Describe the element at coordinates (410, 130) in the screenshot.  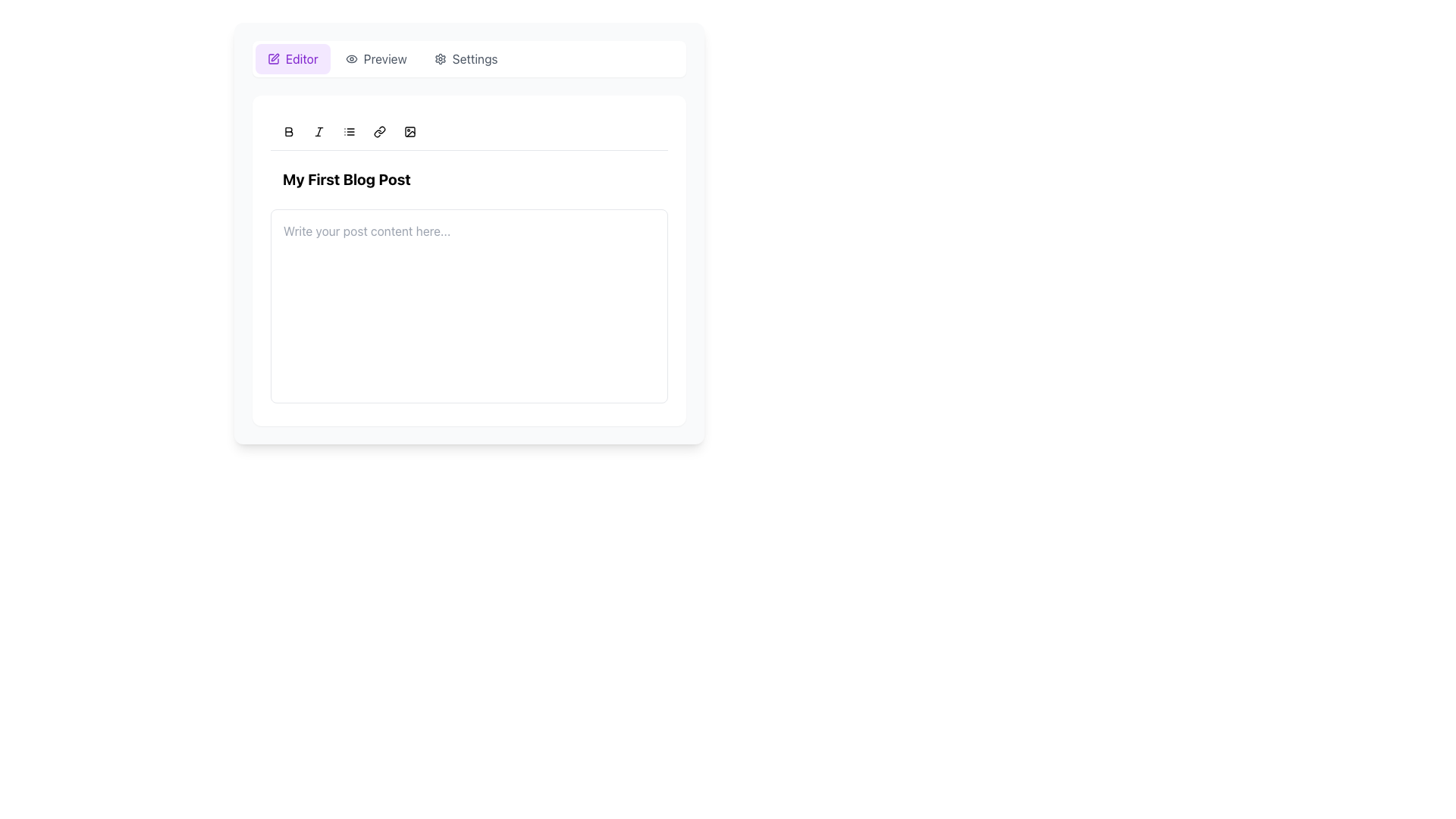
I see `the icon button represented by a sketched image outline with a rectangular border and inset circle, located in the toolbar above the text input area, specifically the third icon from the left` at that location.